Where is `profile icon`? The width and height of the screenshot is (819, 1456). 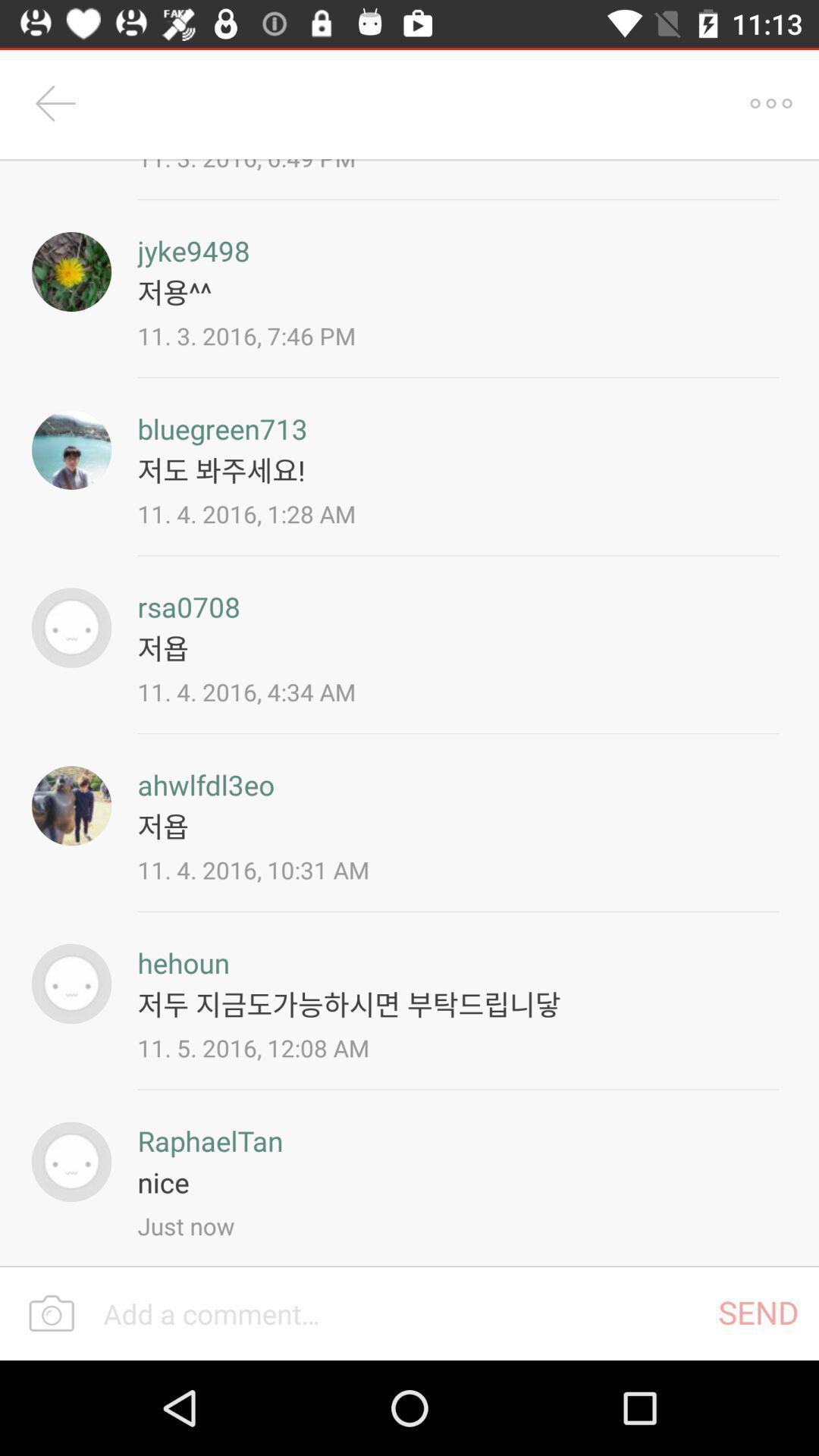 profile icon is located at coordinates (71, 1161).